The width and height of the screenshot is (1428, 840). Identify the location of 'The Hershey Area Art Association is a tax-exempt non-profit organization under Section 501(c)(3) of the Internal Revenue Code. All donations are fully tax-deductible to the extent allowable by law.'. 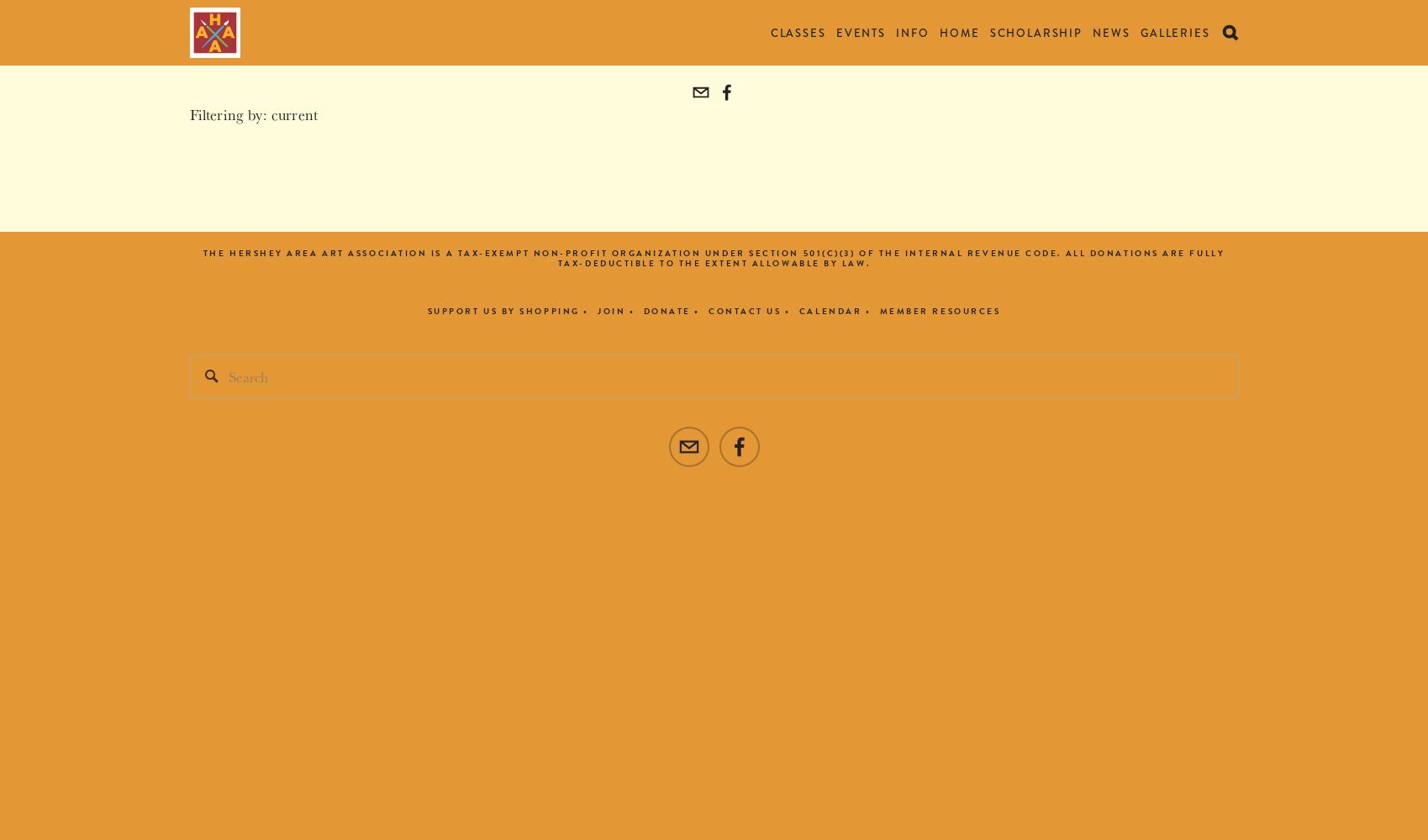
(713, 258).